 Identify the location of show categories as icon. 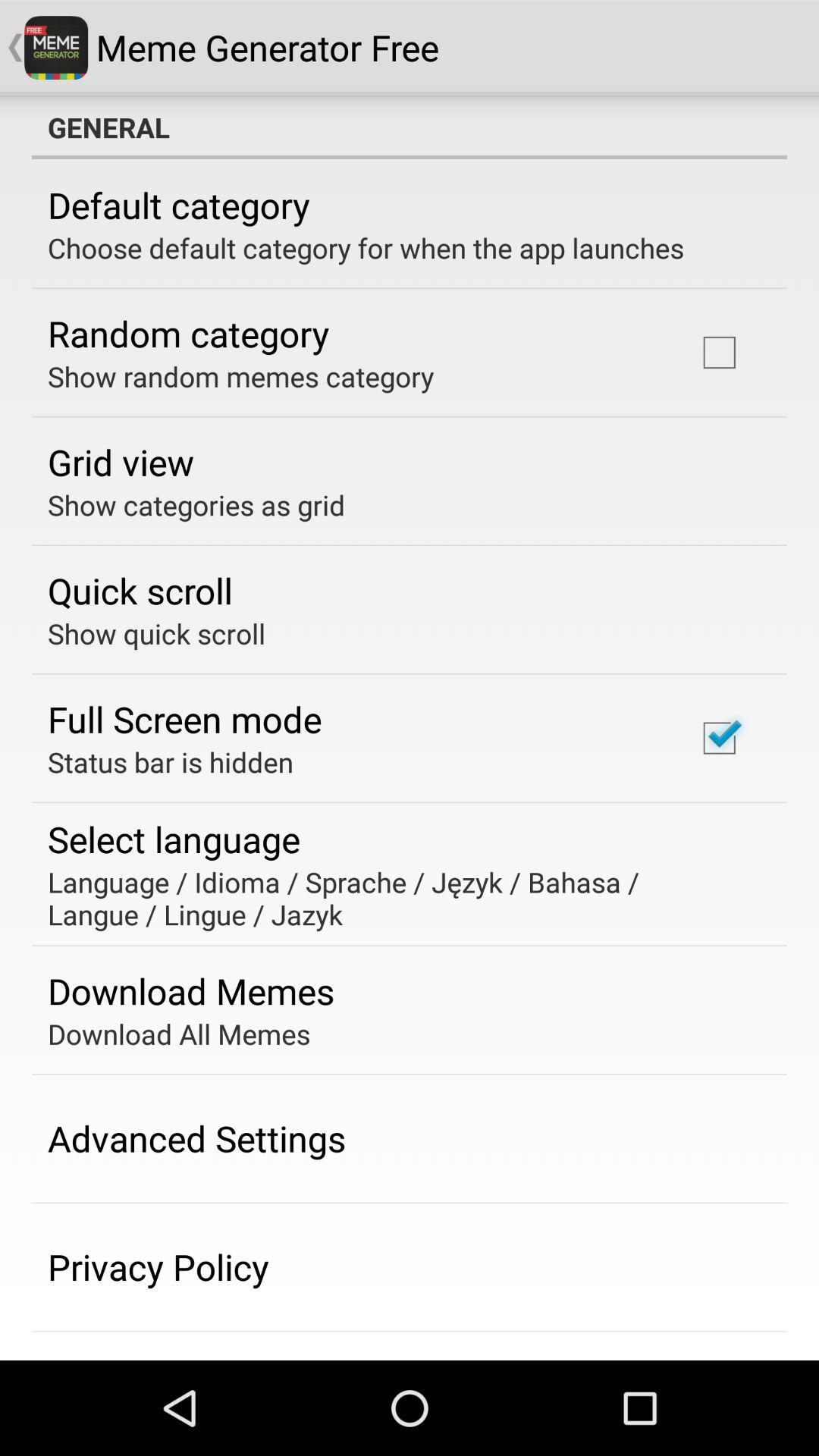
(196, 505).